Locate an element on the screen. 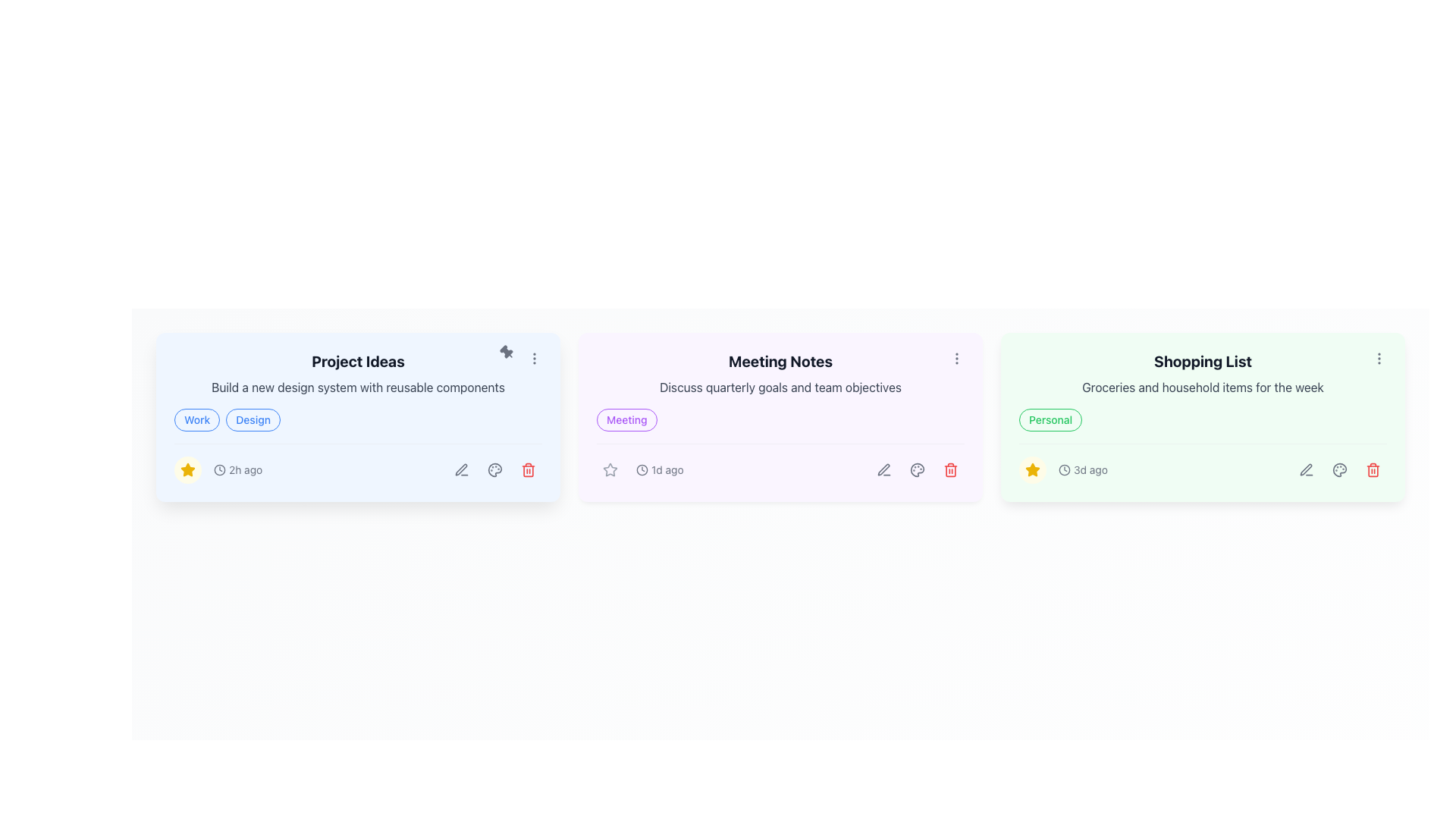 This screenshot has height=819, width=1456. the favorite button located at the bottom left of the 'Project Ideas' card is located at coordinates (187, 469).